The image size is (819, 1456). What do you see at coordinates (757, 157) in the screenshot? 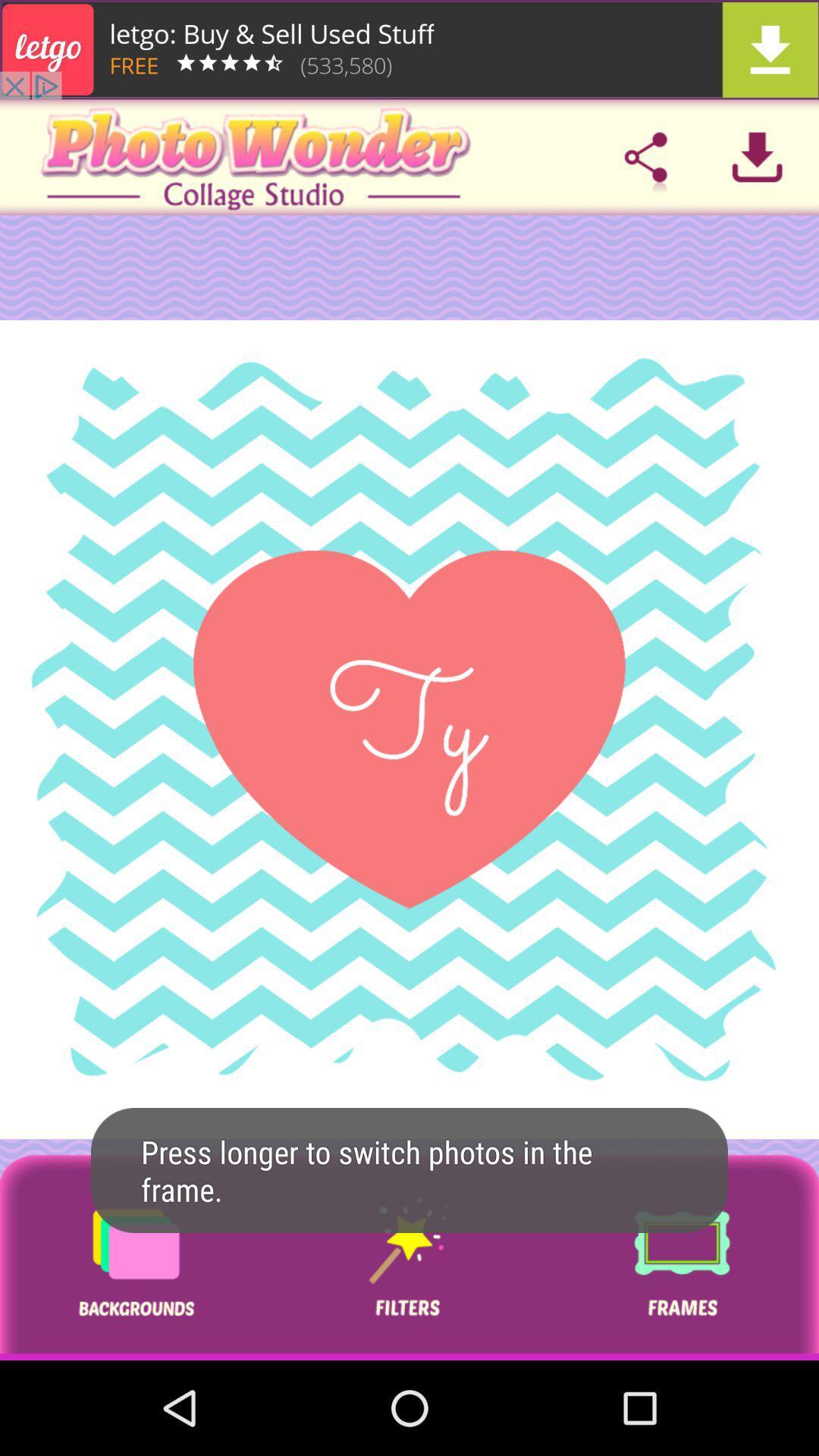
I see `download` at bounding box center [757, 157].